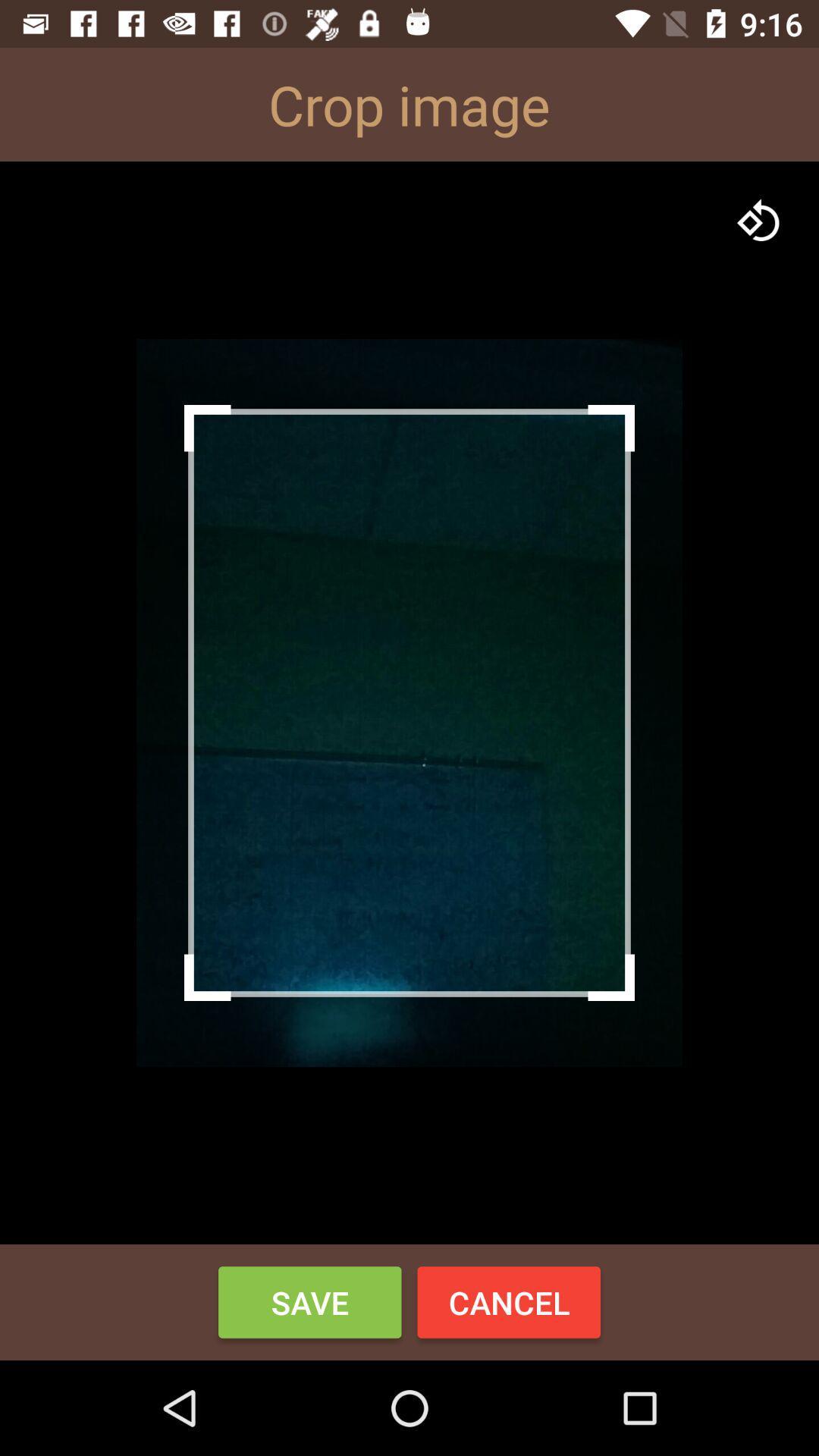 This screenshot has height=1456, width=819. Describe the element at coordinates (309, 1301) in the screenshot. I see `save item` at that location.